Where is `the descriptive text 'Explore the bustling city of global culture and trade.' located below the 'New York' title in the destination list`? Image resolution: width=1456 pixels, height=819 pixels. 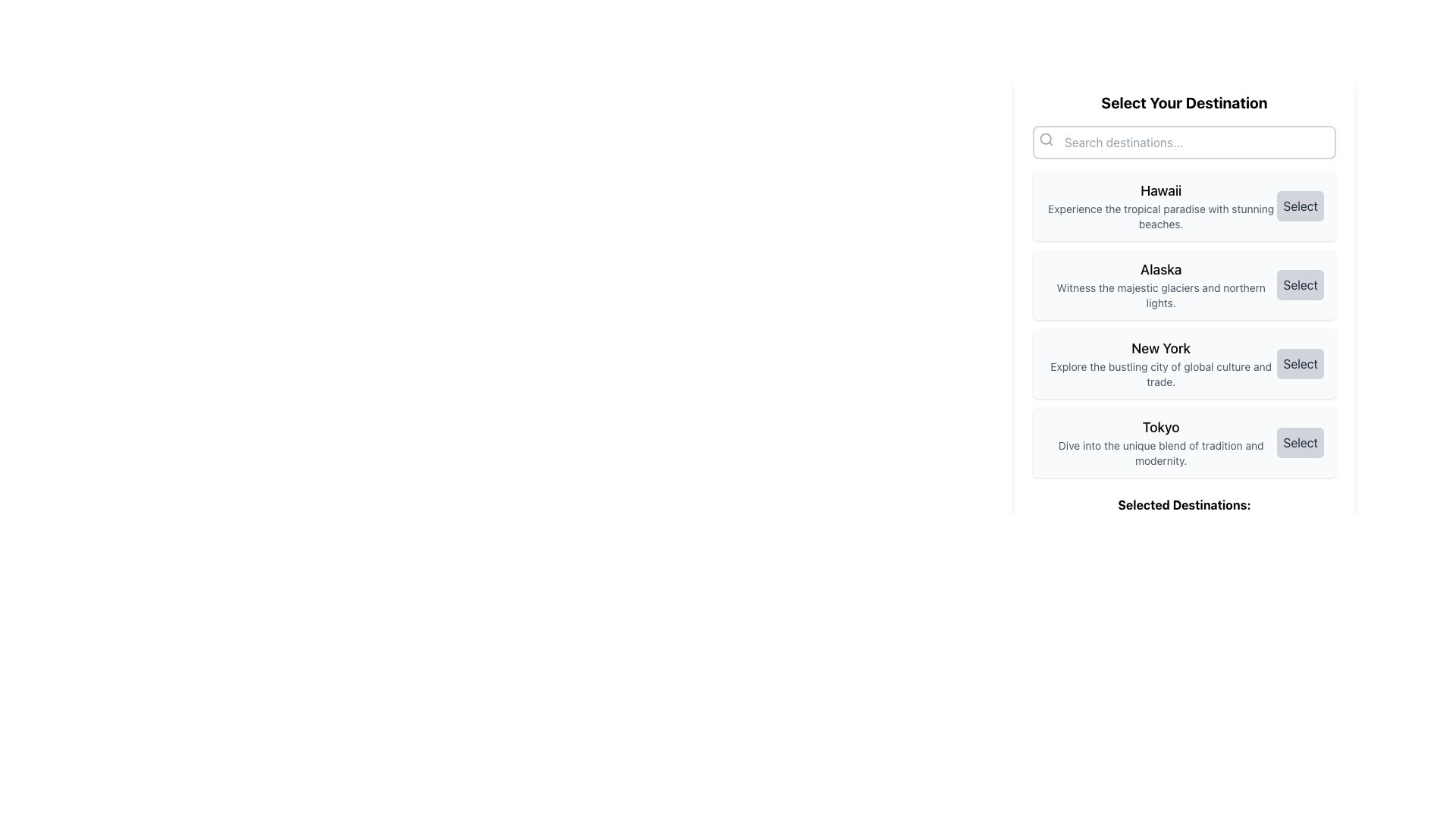
the descriptive text 'Explore the bustling city of global culture and trade.' located below the 'New York' title in the destination list is located at coordinates (1160, 374).